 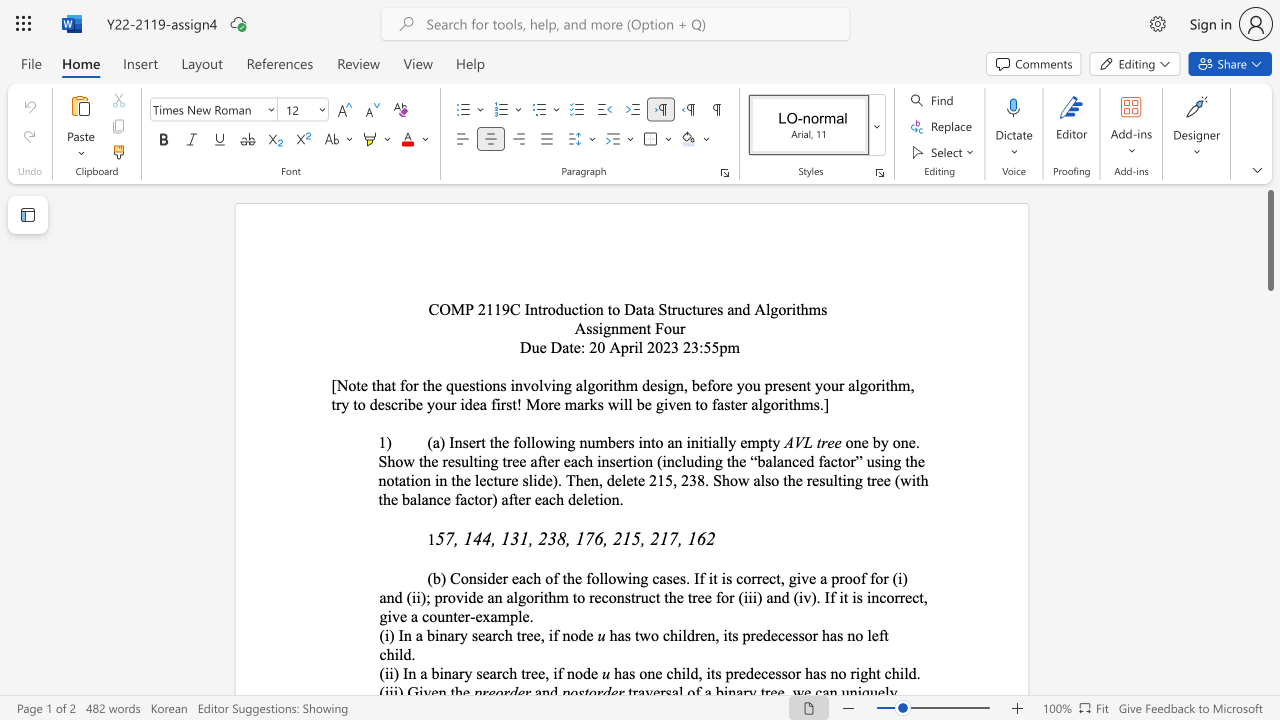 What do you see at coordinates (1269, 470) in the screenshot?
I see `the scrollbar to move the page down` at bounding box center [1269, 470].